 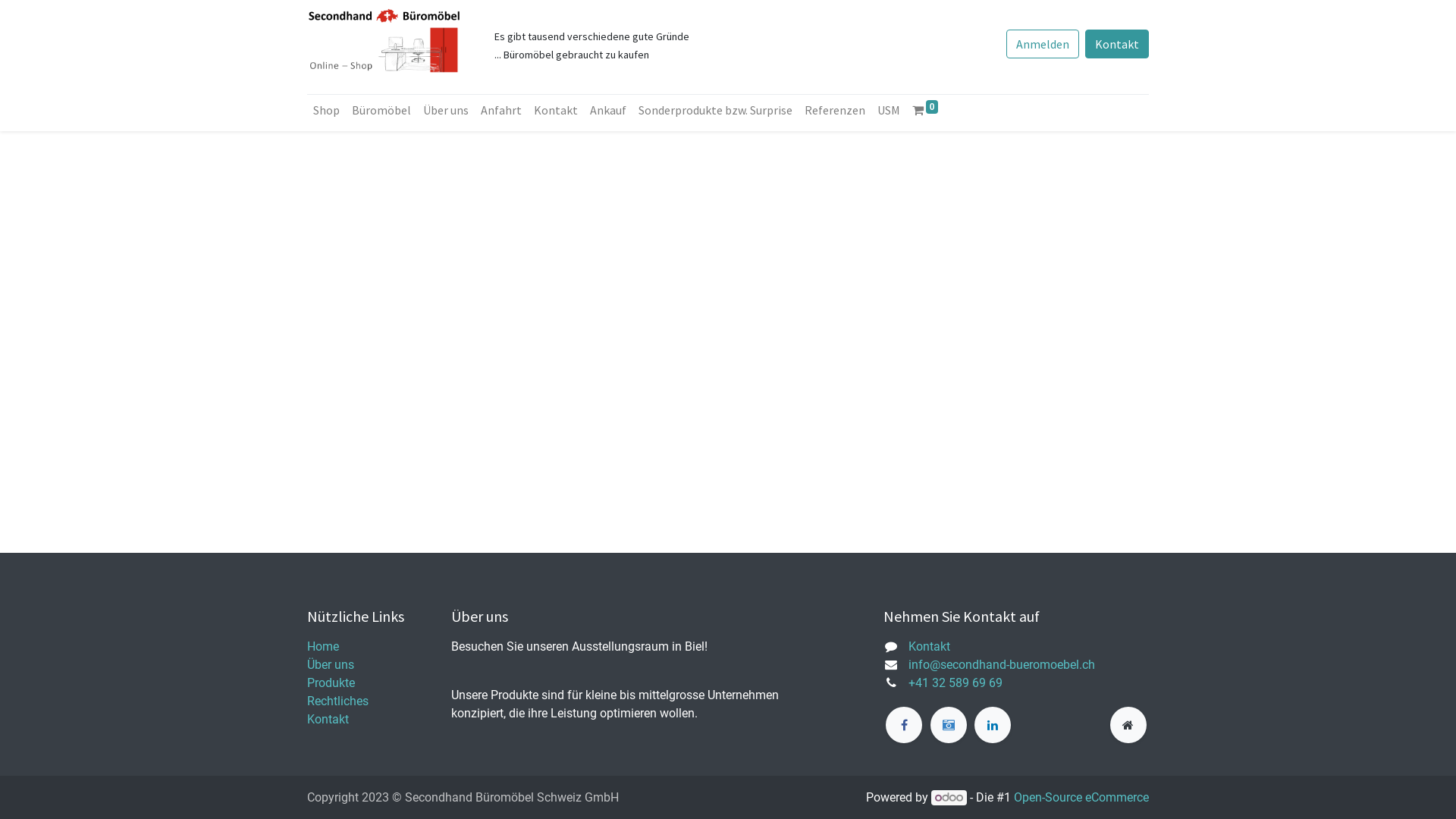 I want to click on 'info@secondhand-bueromoebel.ch', so click(x=908, y=664).